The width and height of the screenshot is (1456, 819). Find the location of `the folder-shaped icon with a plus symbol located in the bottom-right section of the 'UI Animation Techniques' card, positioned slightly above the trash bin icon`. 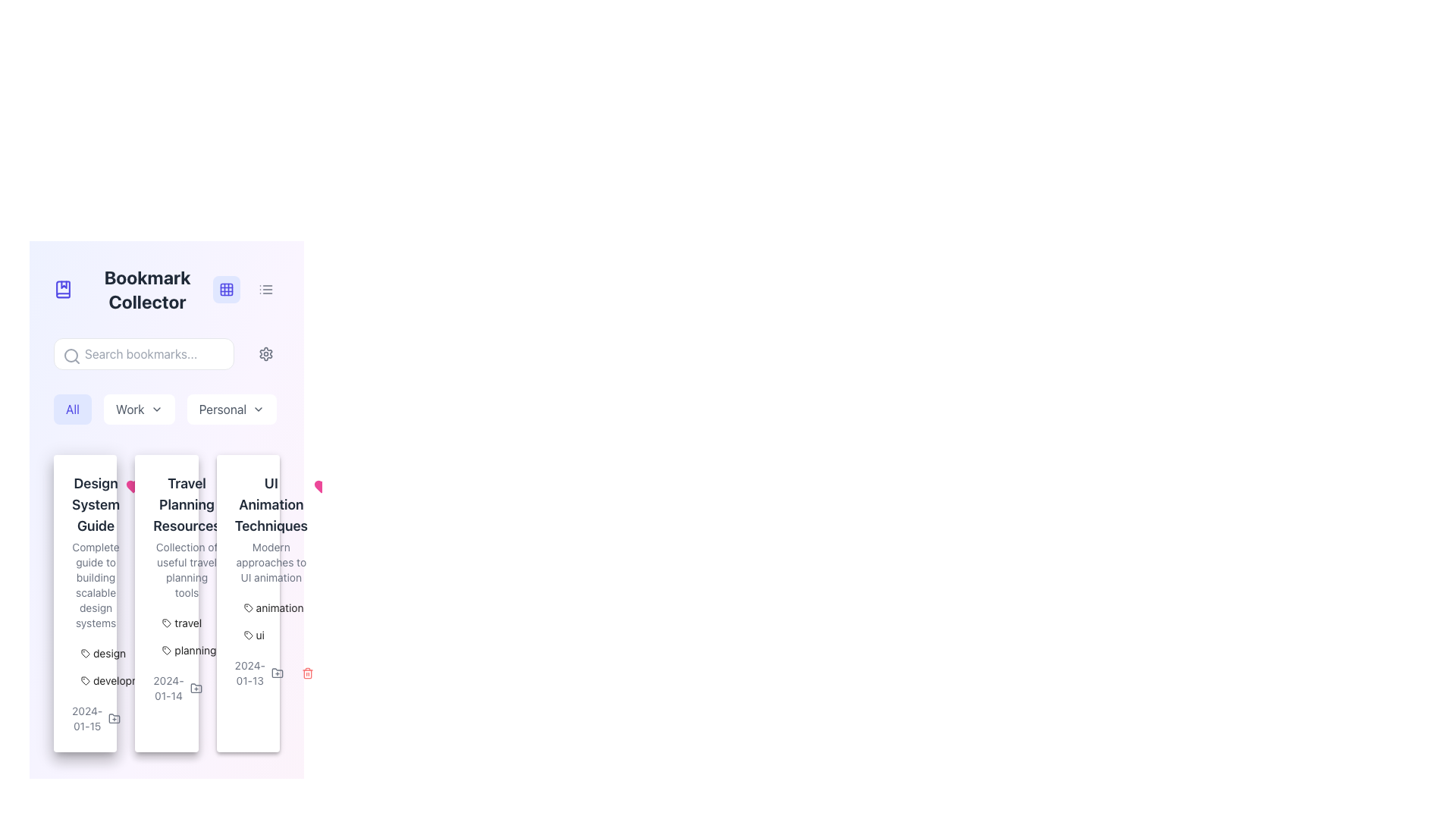

the folder-shaped icon with a plus symbol located in the bottom-right section of the 'UI Animation Techniques' card, positioned slightly above the trash bin icon is located at coordinates (277, 672).